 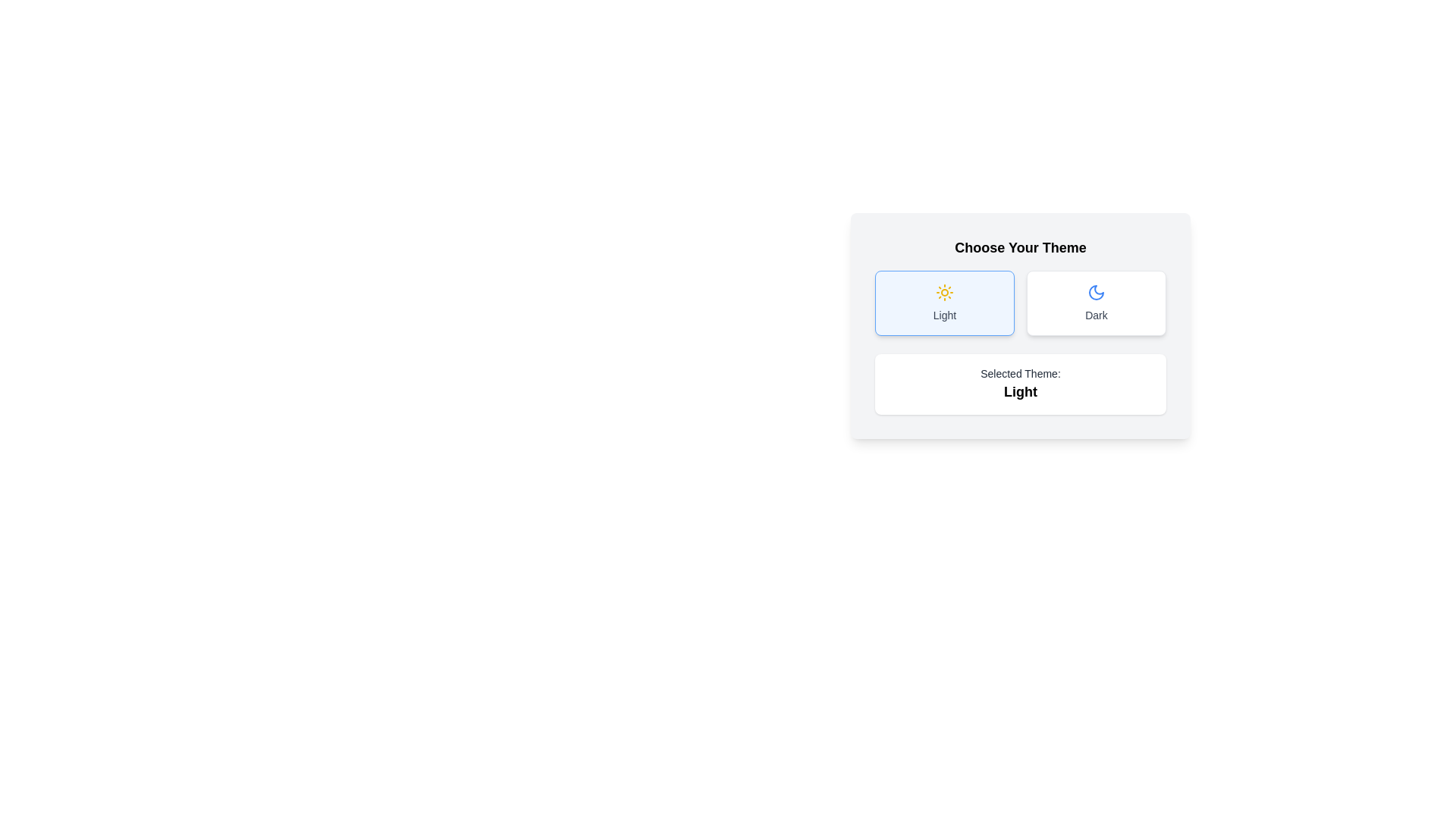 I want to click on the Light button to select the corresponding theme, so click(x=944, y=303).